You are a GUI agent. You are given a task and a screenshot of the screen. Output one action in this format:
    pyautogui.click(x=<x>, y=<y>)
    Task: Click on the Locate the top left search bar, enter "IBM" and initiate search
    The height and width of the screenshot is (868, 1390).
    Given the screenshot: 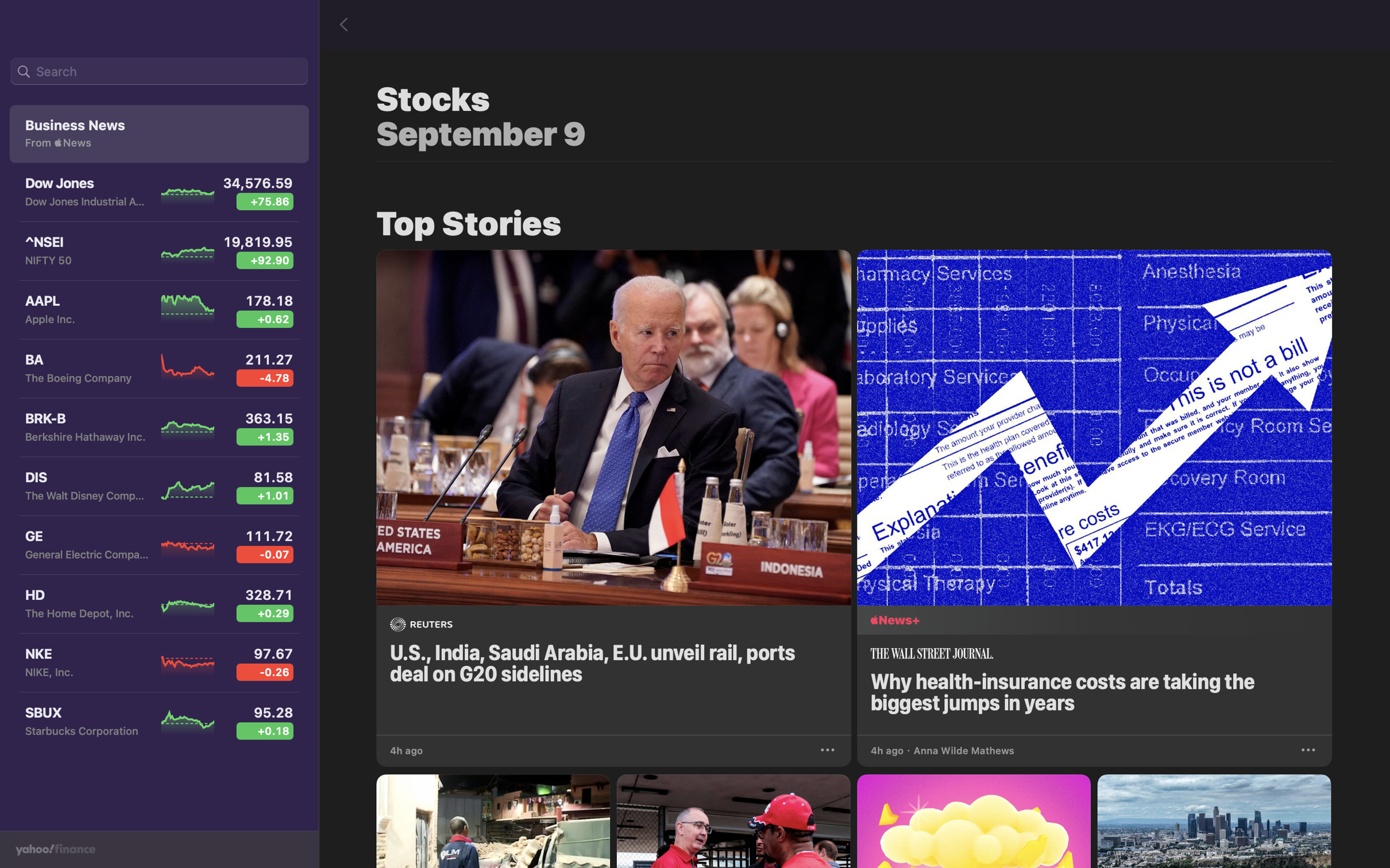 What is the action you would take?
    pyautogui.click(x=159, y=72)
    